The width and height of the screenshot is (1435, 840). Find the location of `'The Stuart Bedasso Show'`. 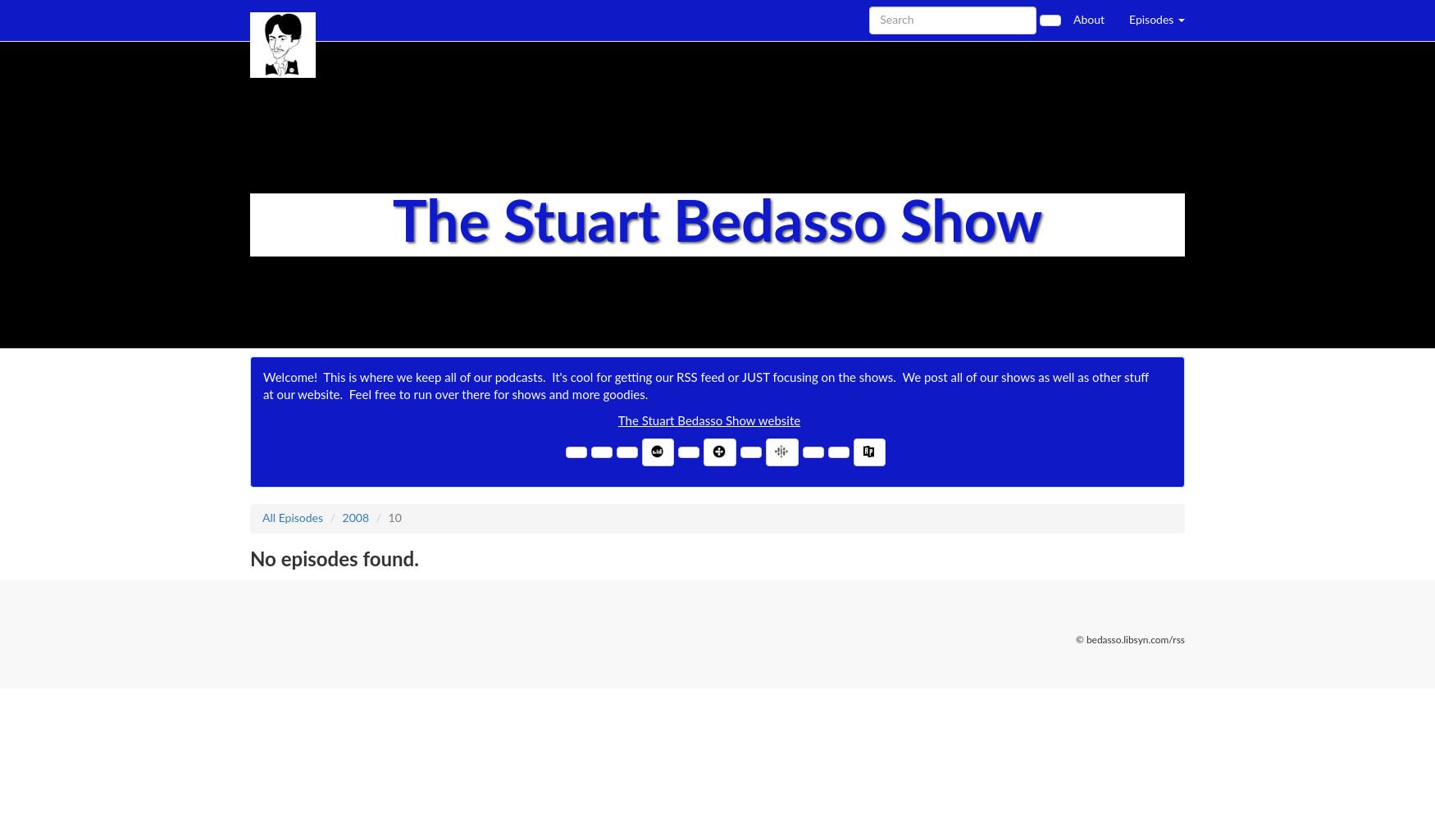

'The Stuart Bedasso Show' is located at coordinates (391, 223).